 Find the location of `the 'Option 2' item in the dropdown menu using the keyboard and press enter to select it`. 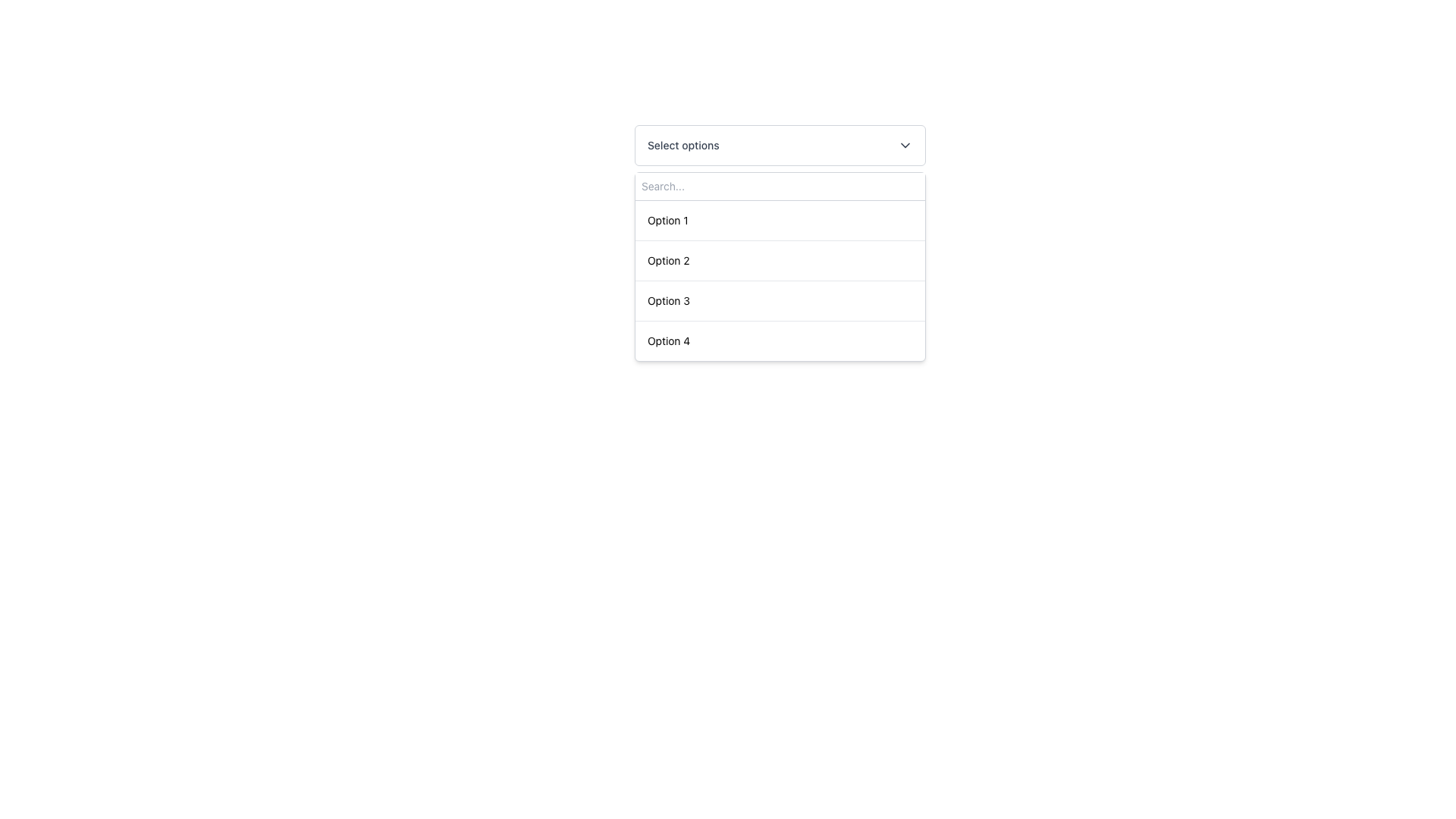

the 'Option 2' item in the dropdown menu using the keyboard and press enter to select it is located at coordinates (780, 259).